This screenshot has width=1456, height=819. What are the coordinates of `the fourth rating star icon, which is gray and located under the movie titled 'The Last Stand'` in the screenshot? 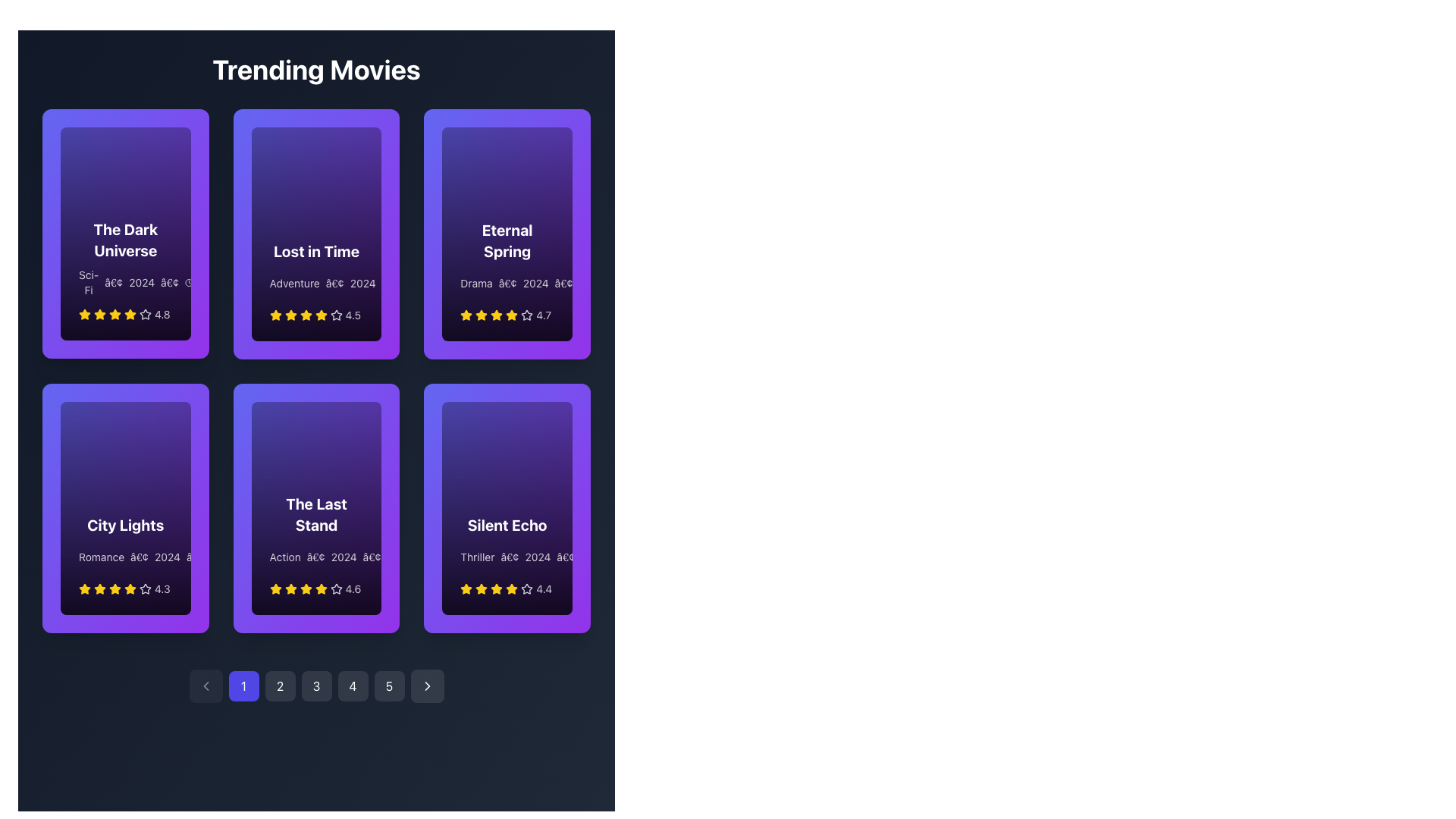 It's located at (335, 588).